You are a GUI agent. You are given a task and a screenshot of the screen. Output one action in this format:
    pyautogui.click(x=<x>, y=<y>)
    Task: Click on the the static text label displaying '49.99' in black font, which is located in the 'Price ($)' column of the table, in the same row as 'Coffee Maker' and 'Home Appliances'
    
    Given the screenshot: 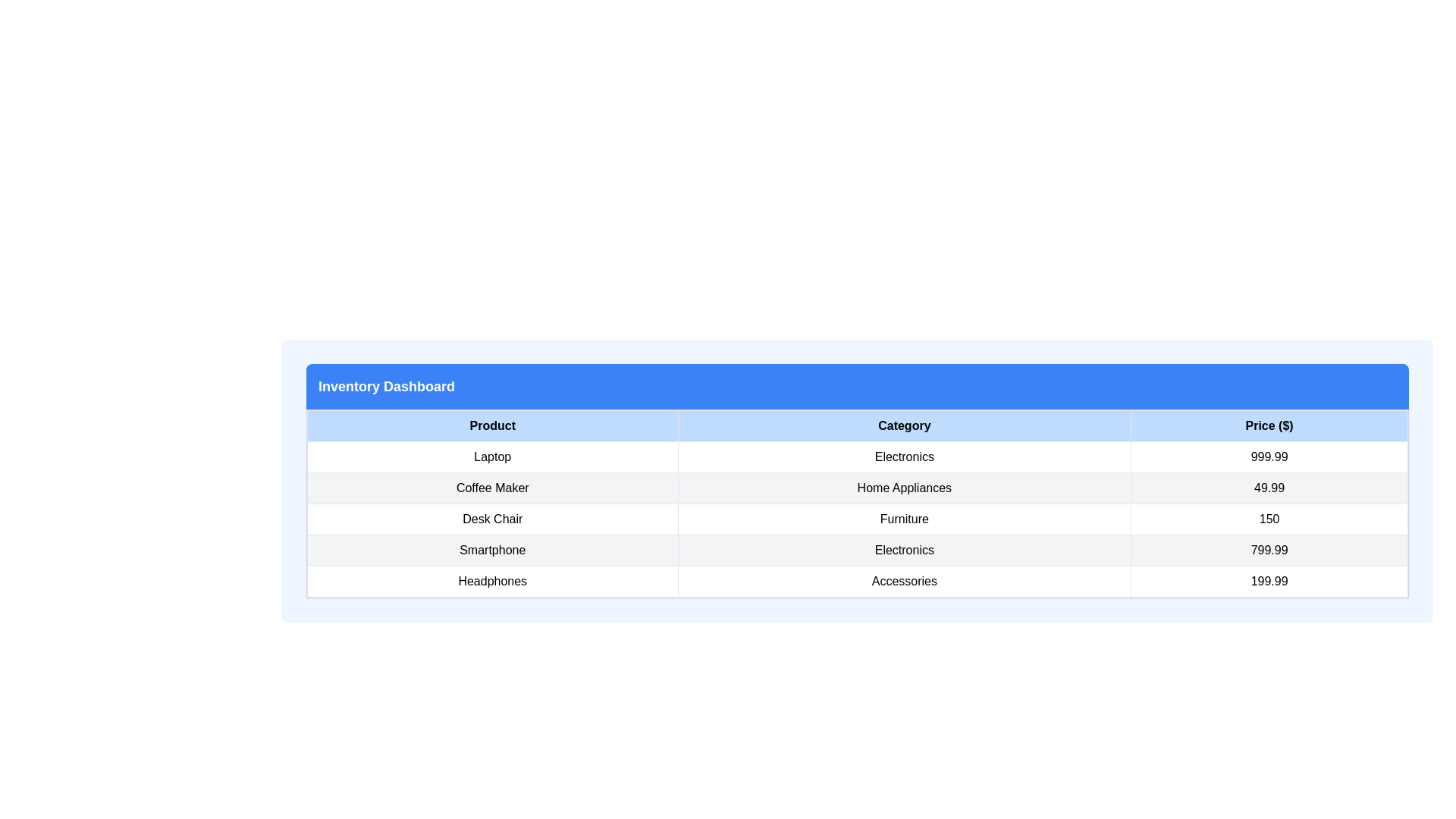 What is the action you would take?
    pyautogui.click(x=1269, y=488)
    